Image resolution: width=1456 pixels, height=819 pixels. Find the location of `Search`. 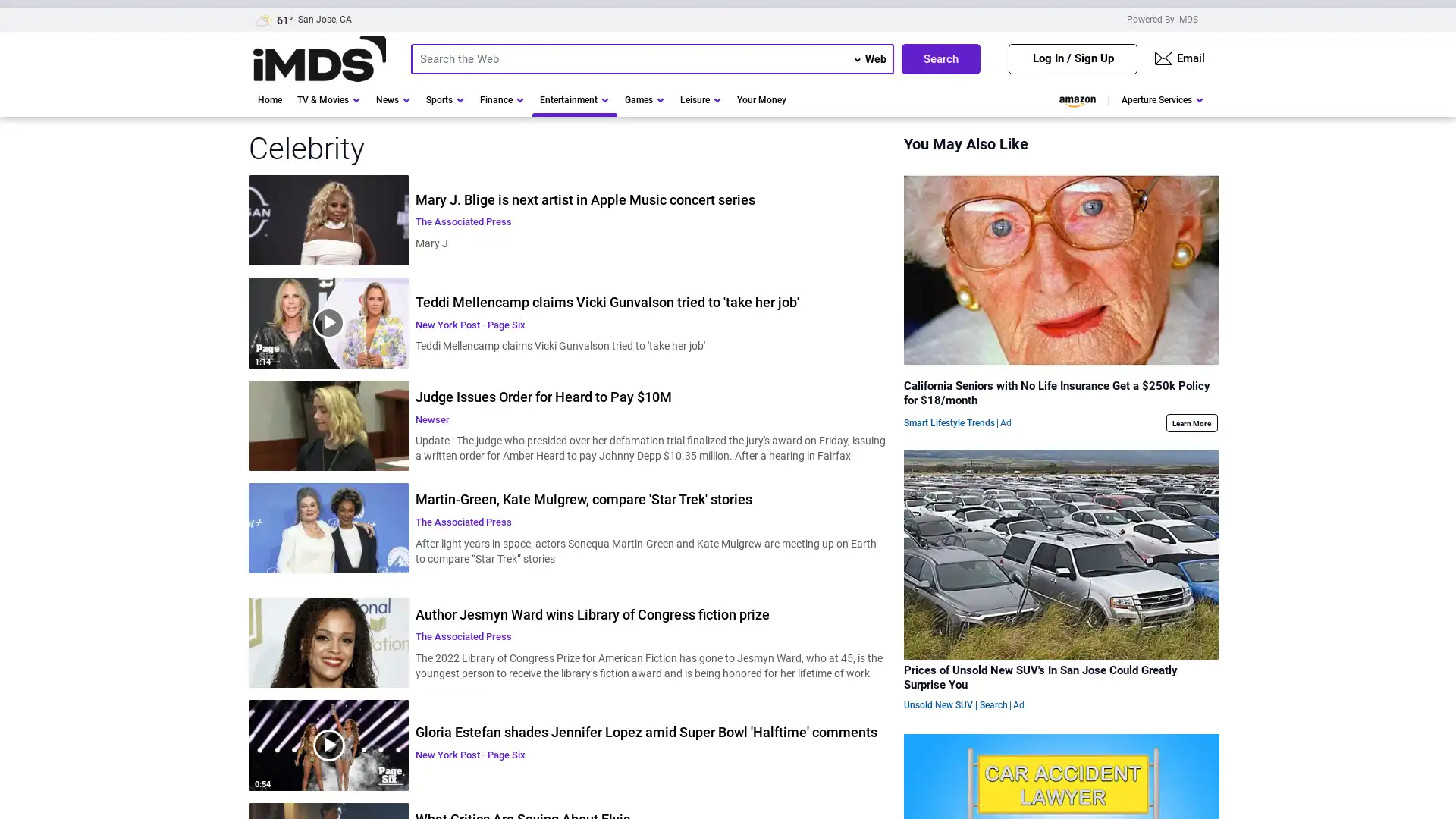

Search is located at coordinates (940, 58).